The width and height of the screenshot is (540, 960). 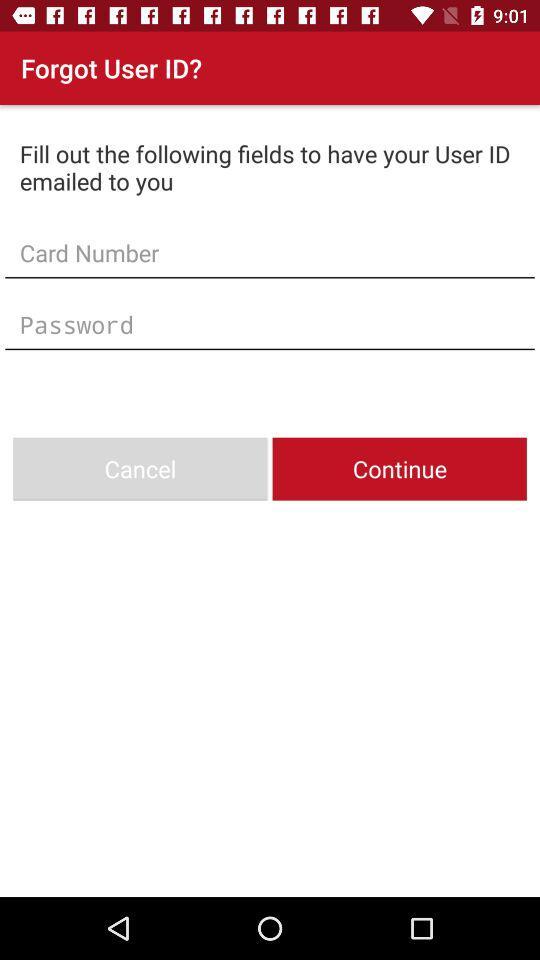 What do you see at coordinates (270, 324) in the screenshot?
I see `item at the center` at bounding box center [270, 324].